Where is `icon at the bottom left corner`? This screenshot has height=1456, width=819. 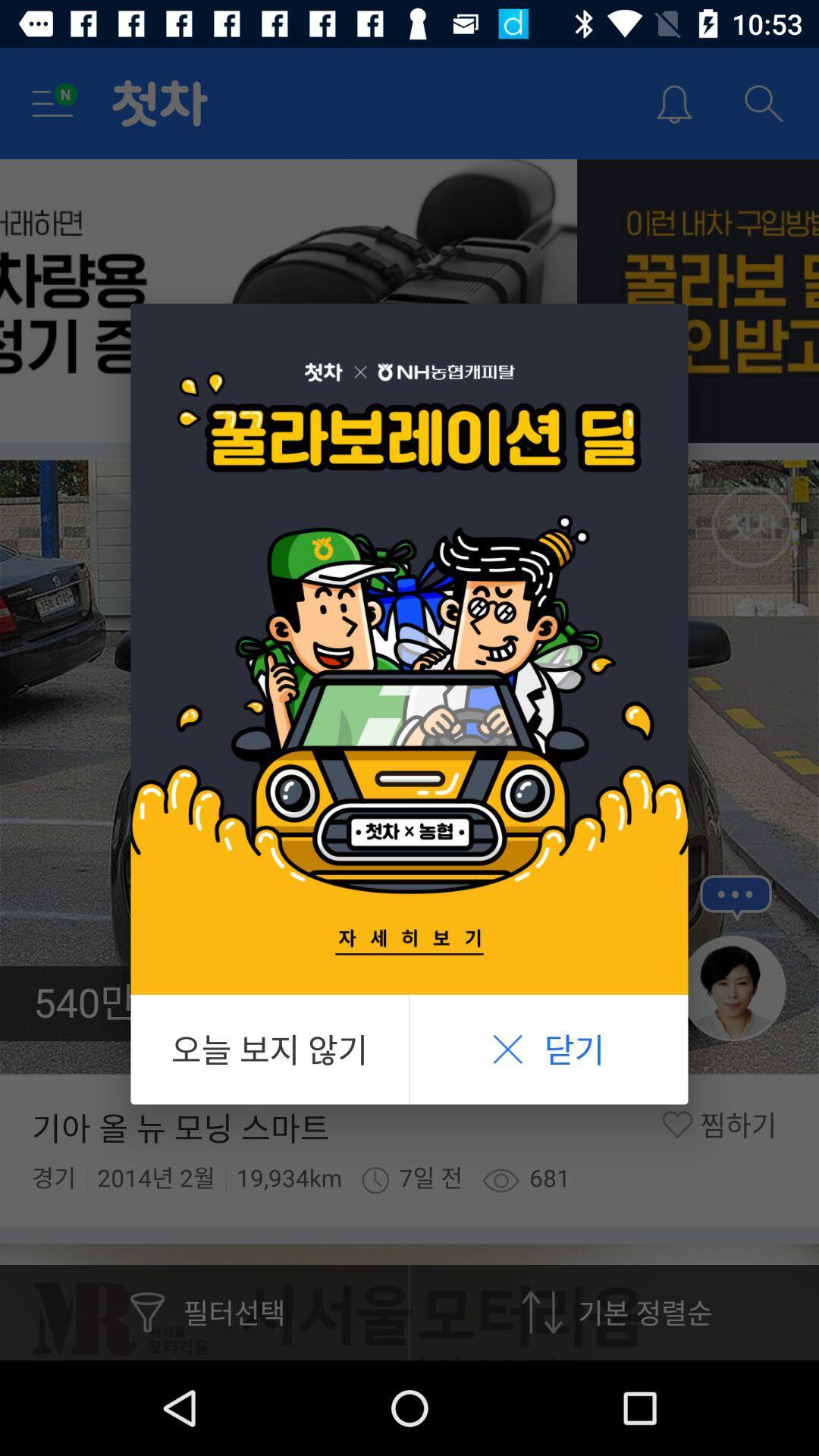
icon at the bottom left corner is located at coordinates (268, 1049).